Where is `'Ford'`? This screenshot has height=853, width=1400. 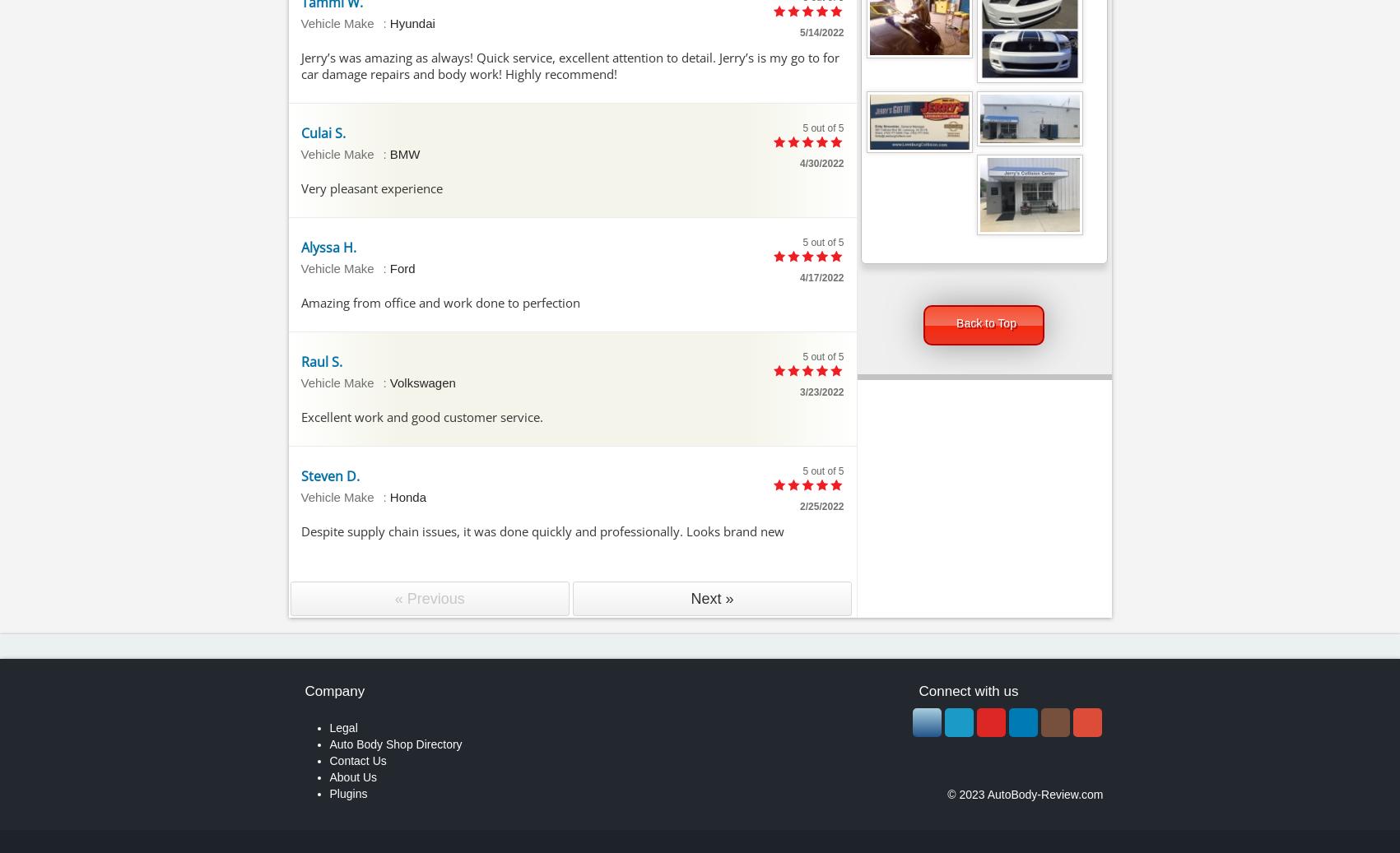 'Ford' is located at coordinates (402, 267).